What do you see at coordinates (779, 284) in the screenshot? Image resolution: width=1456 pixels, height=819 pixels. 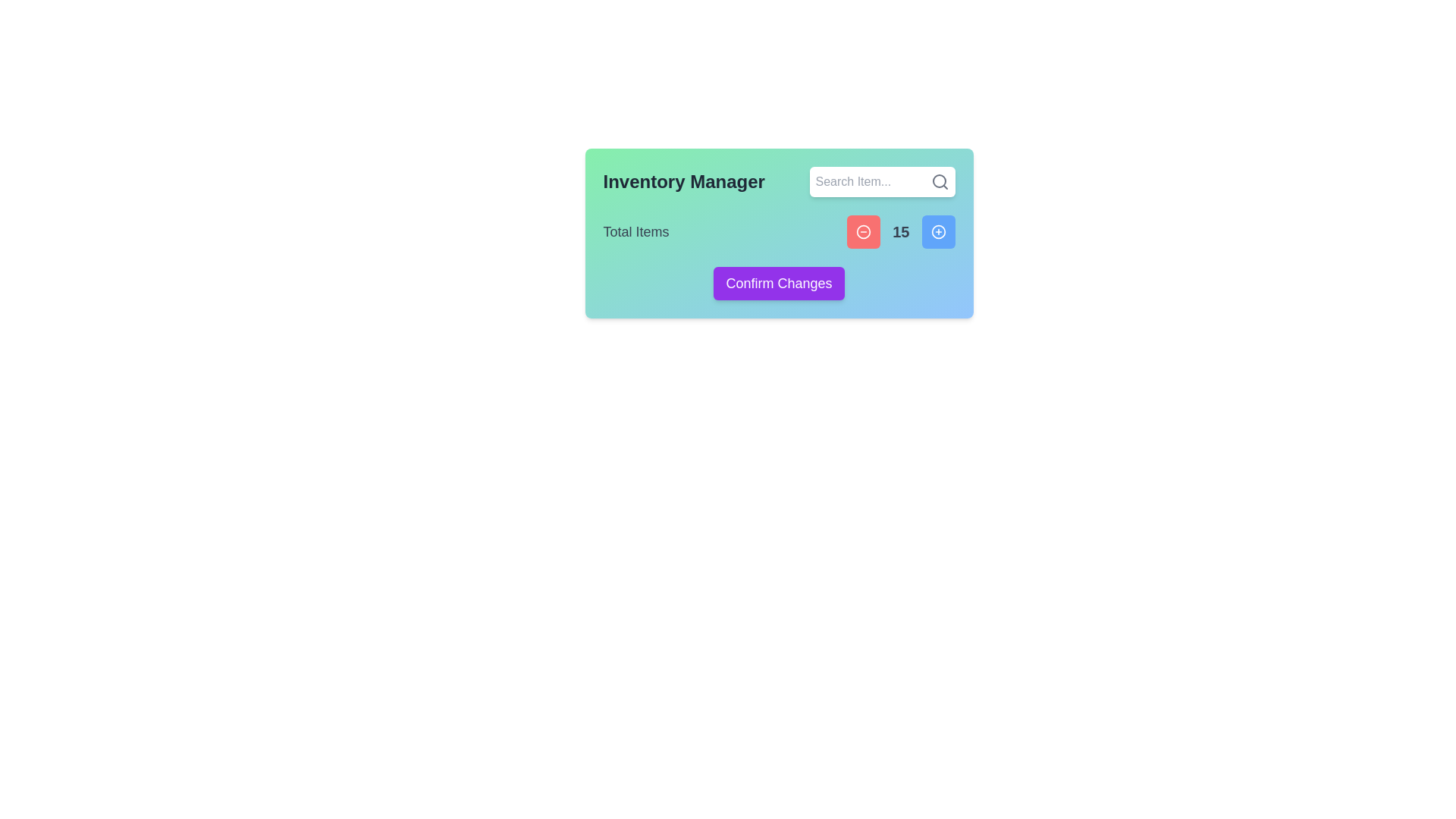 I see `the confirm changes button located in the 'Inventory Manager' panel` at bounding box center [779, 284].